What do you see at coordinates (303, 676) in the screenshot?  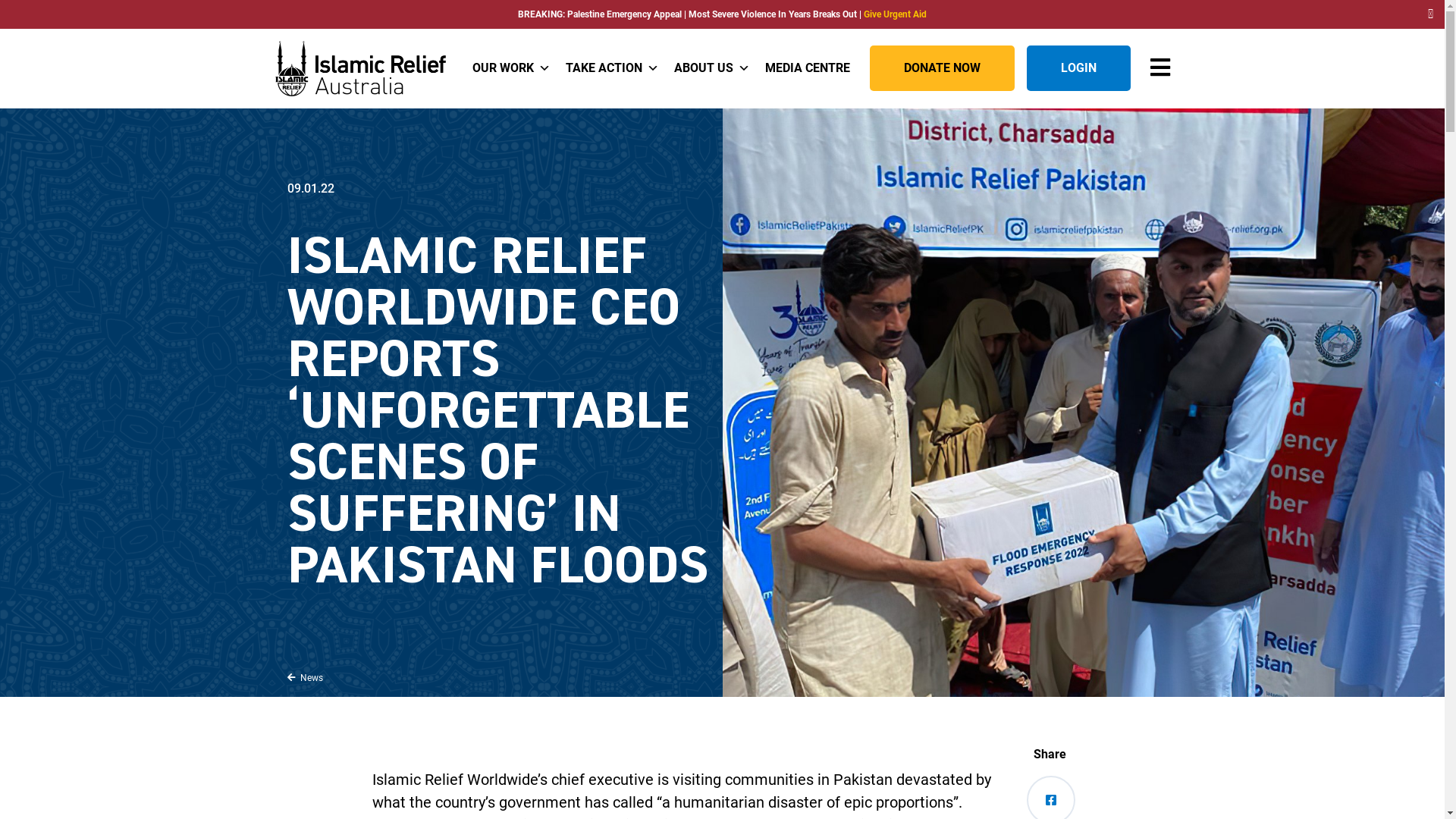 I see `'  News'` at bounding box center [303, 676].